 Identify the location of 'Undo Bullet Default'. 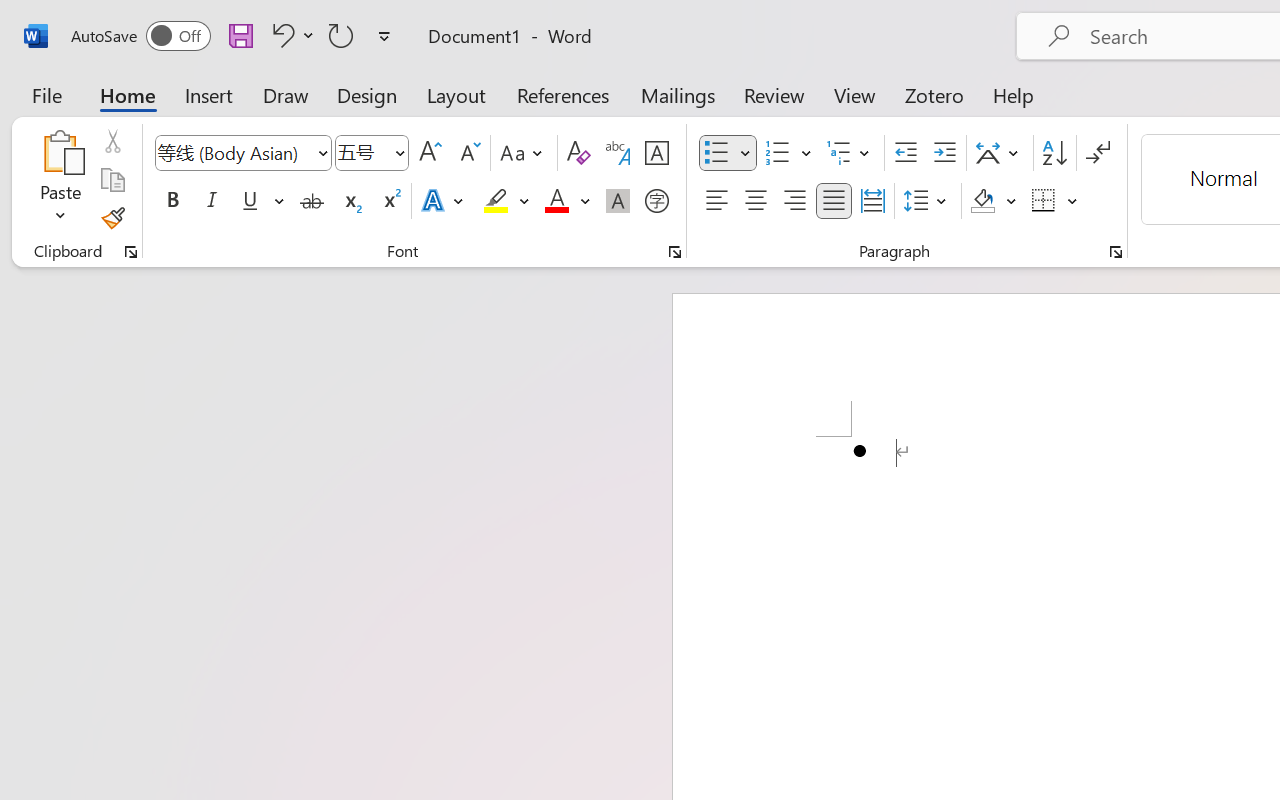
(289, 34).